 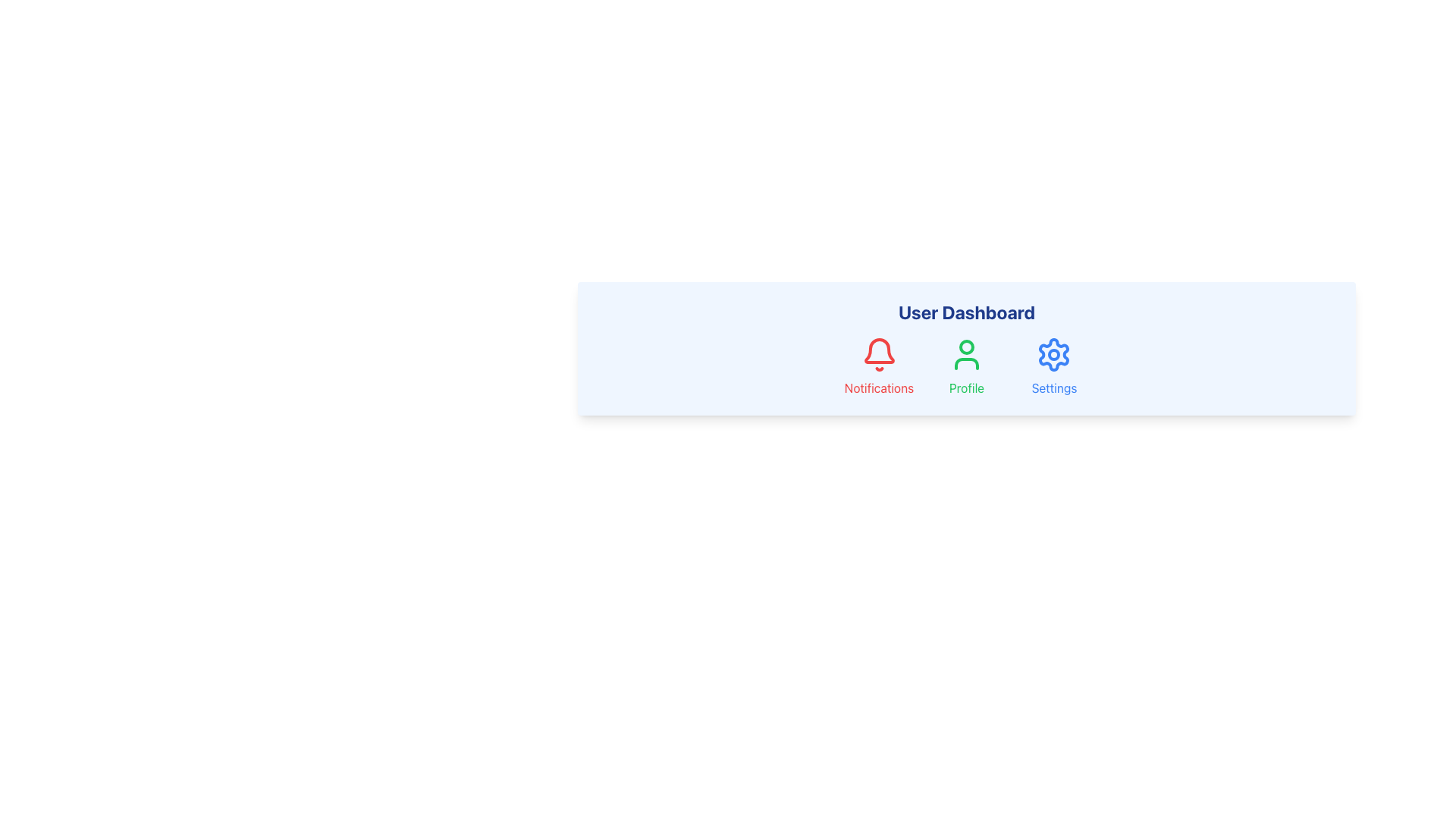 What do you see at coordinates (879, 388) in the screenshot?
I see `the clickable text label displaying 'Notifications' in red` at bounding box center [879, 388].